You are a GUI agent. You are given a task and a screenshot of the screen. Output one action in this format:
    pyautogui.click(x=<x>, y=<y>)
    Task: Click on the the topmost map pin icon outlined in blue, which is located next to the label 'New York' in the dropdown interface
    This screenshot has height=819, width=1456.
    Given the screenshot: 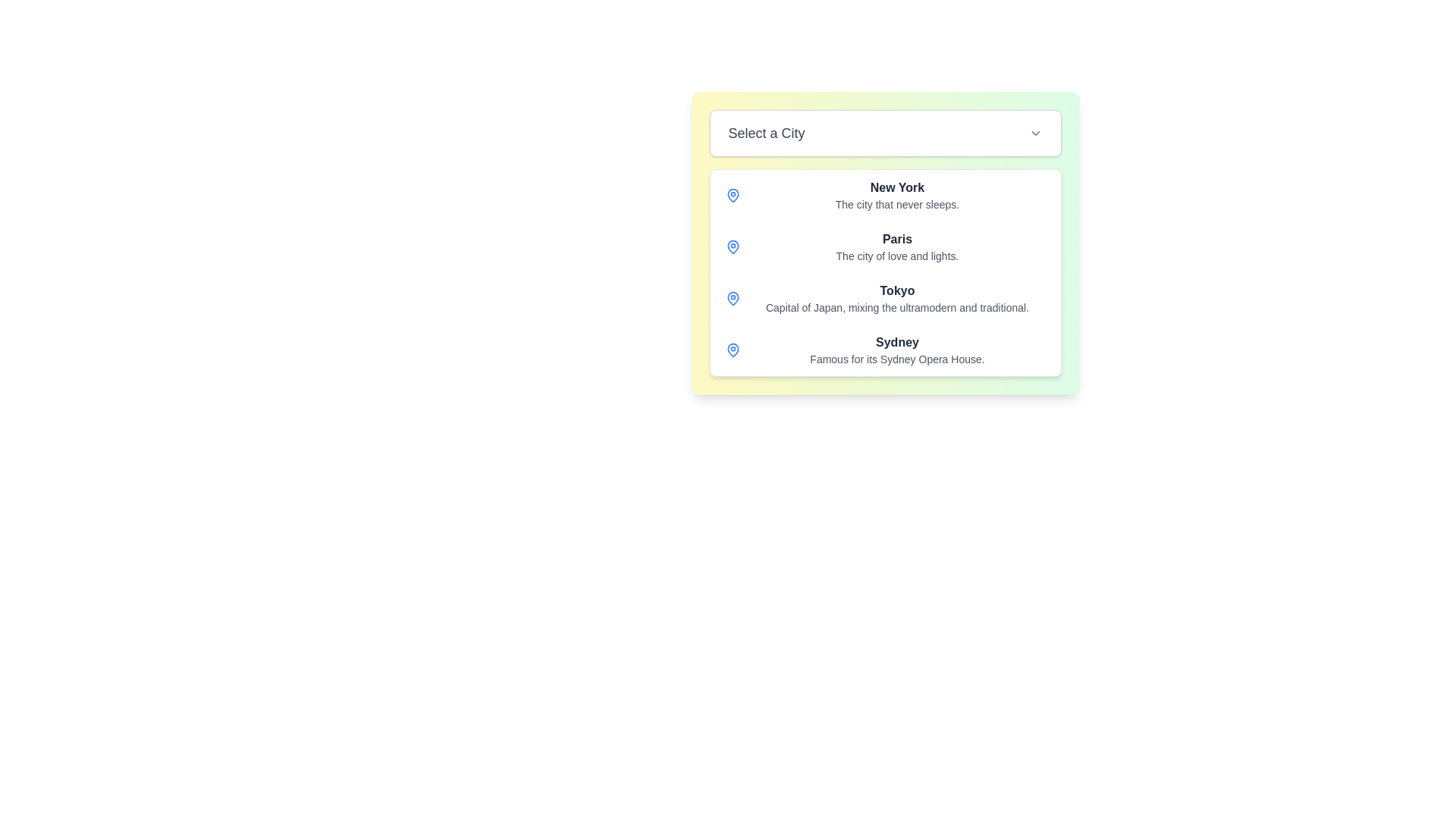 What is the action you would take?
    pyautogui.click(x=733, y=195)
    